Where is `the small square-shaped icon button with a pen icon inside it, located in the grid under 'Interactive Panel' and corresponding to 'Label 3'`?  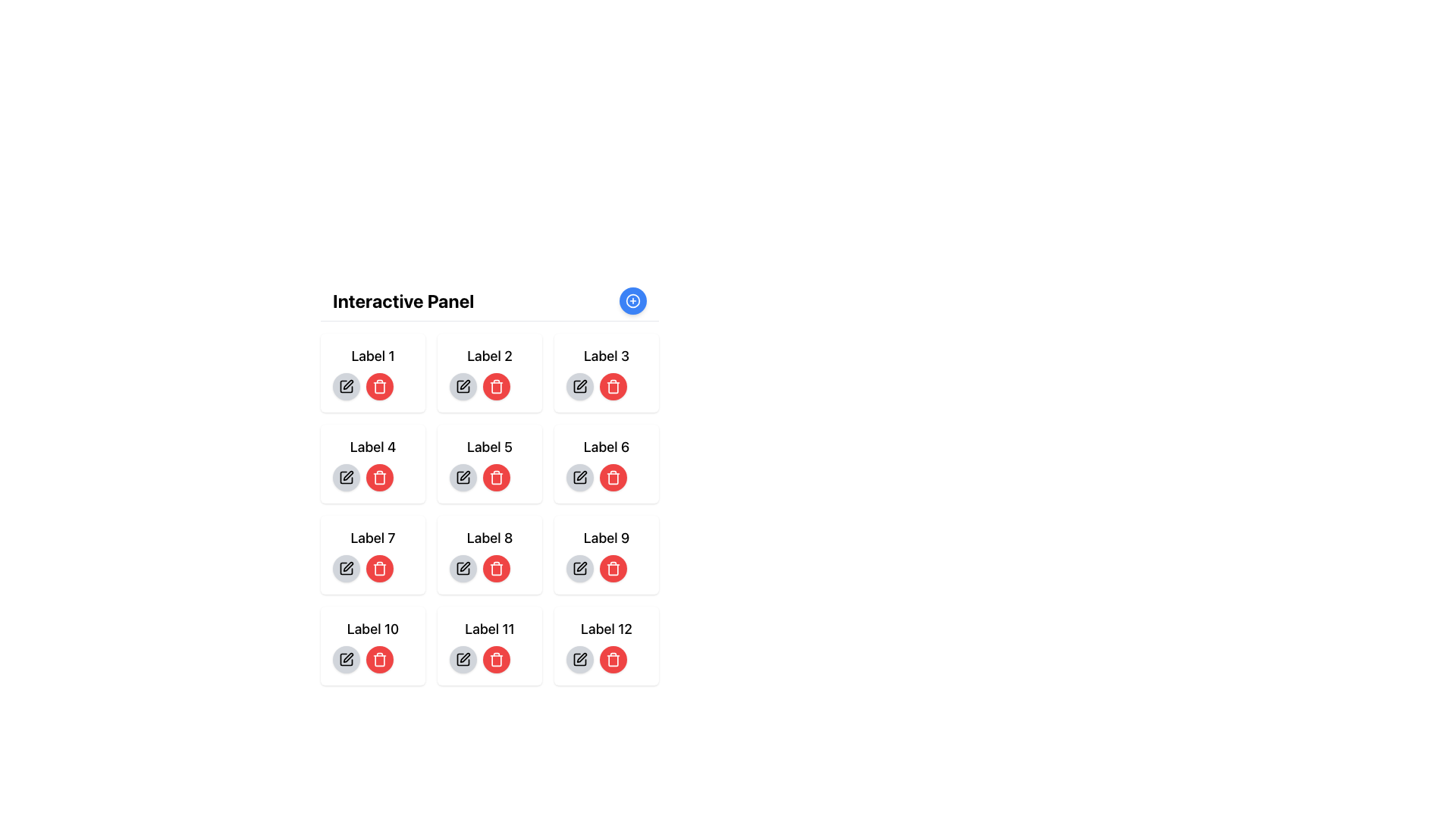 the small square-shaped icon button with a pen icon inside it, located in the grid under 'Interactive Panel' and corresponding to 'Label 3' is located at coordinates (579, 385).